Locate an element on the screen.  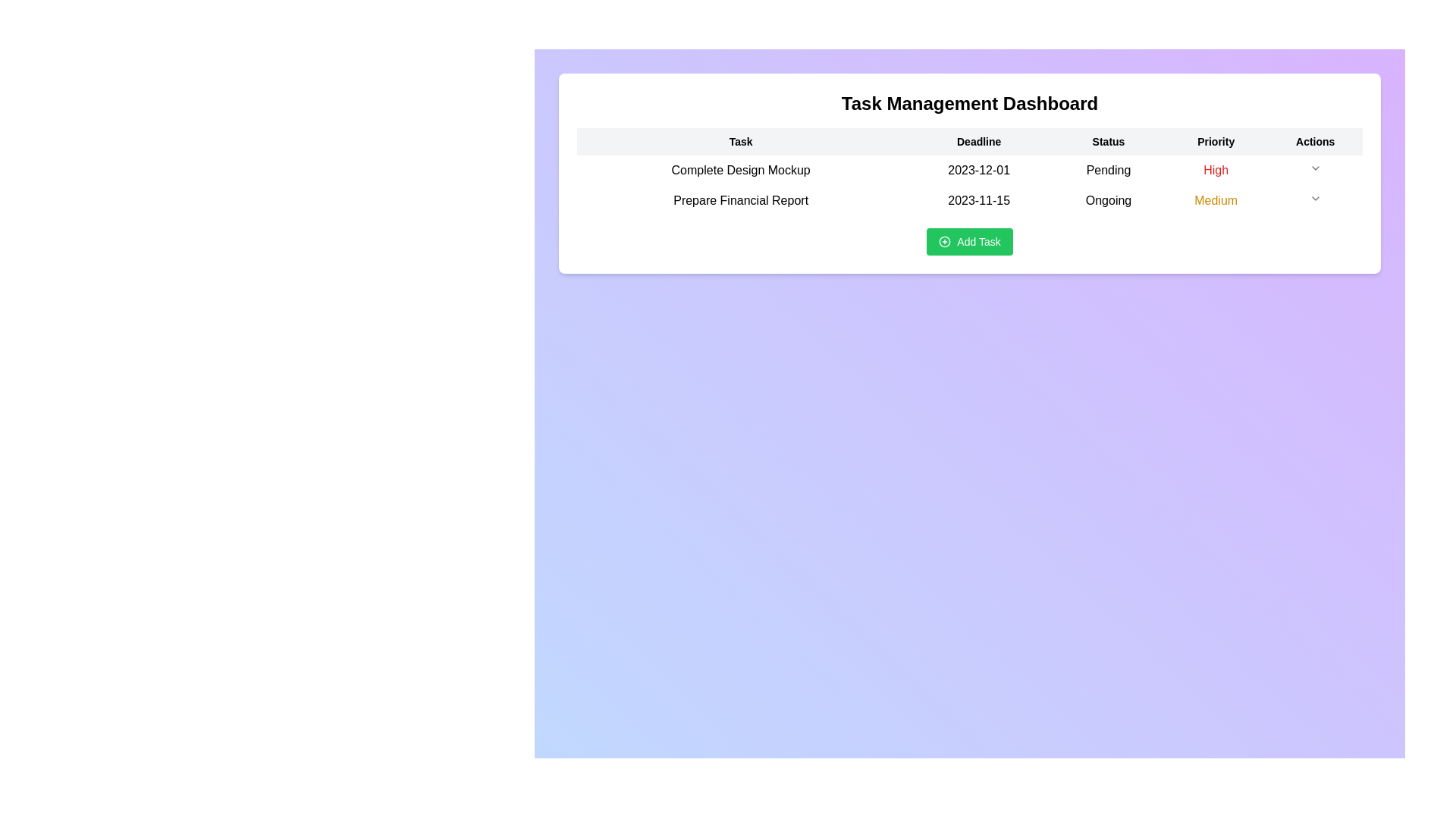
the 'Pending' text label in the 'Status' column of the task management table is located at coordinates (1109, 170).